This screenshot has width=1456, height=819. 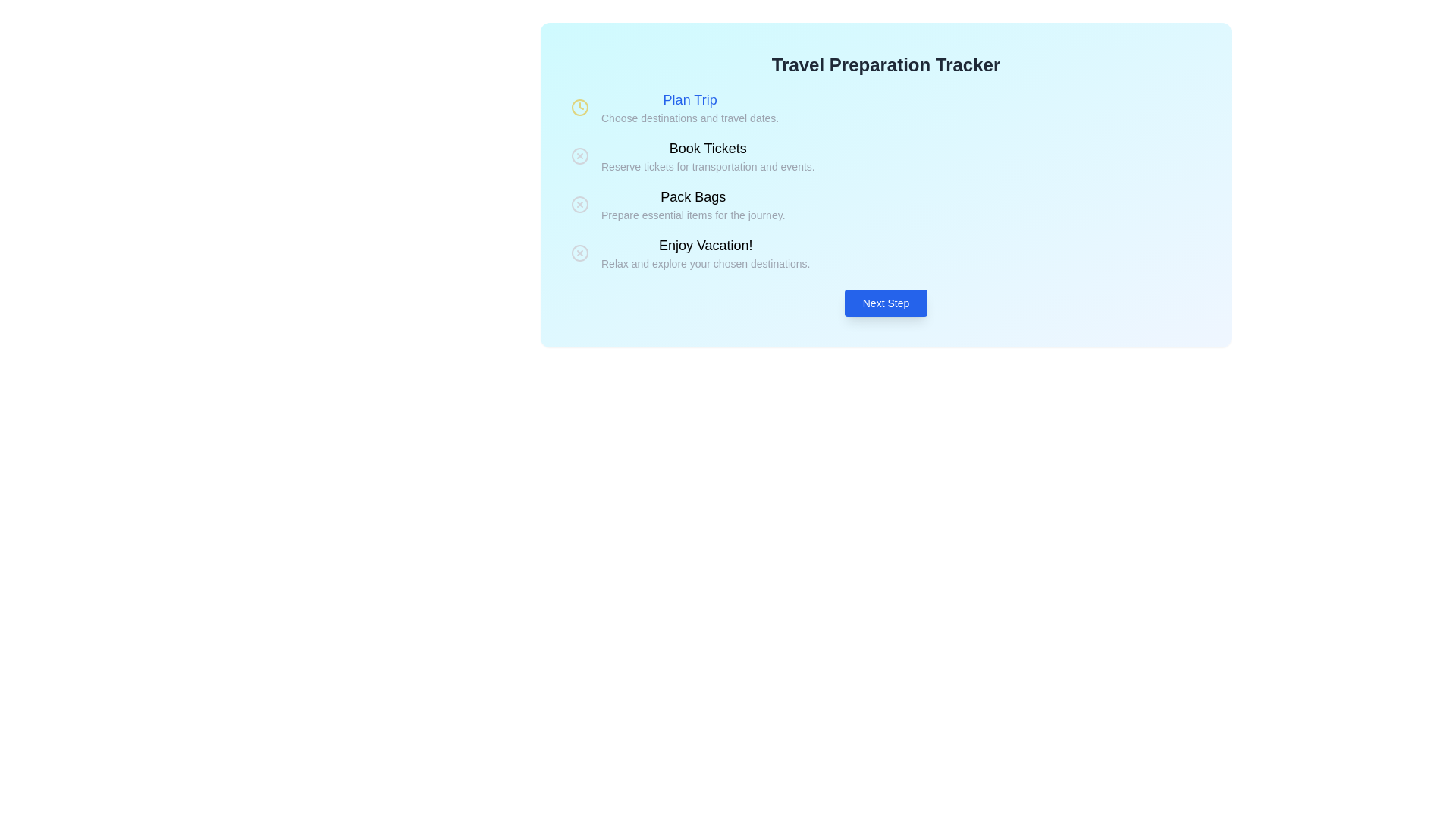 I want to click on the 'Travel Preparation Tracker' text header, so click(x=886, y=64).